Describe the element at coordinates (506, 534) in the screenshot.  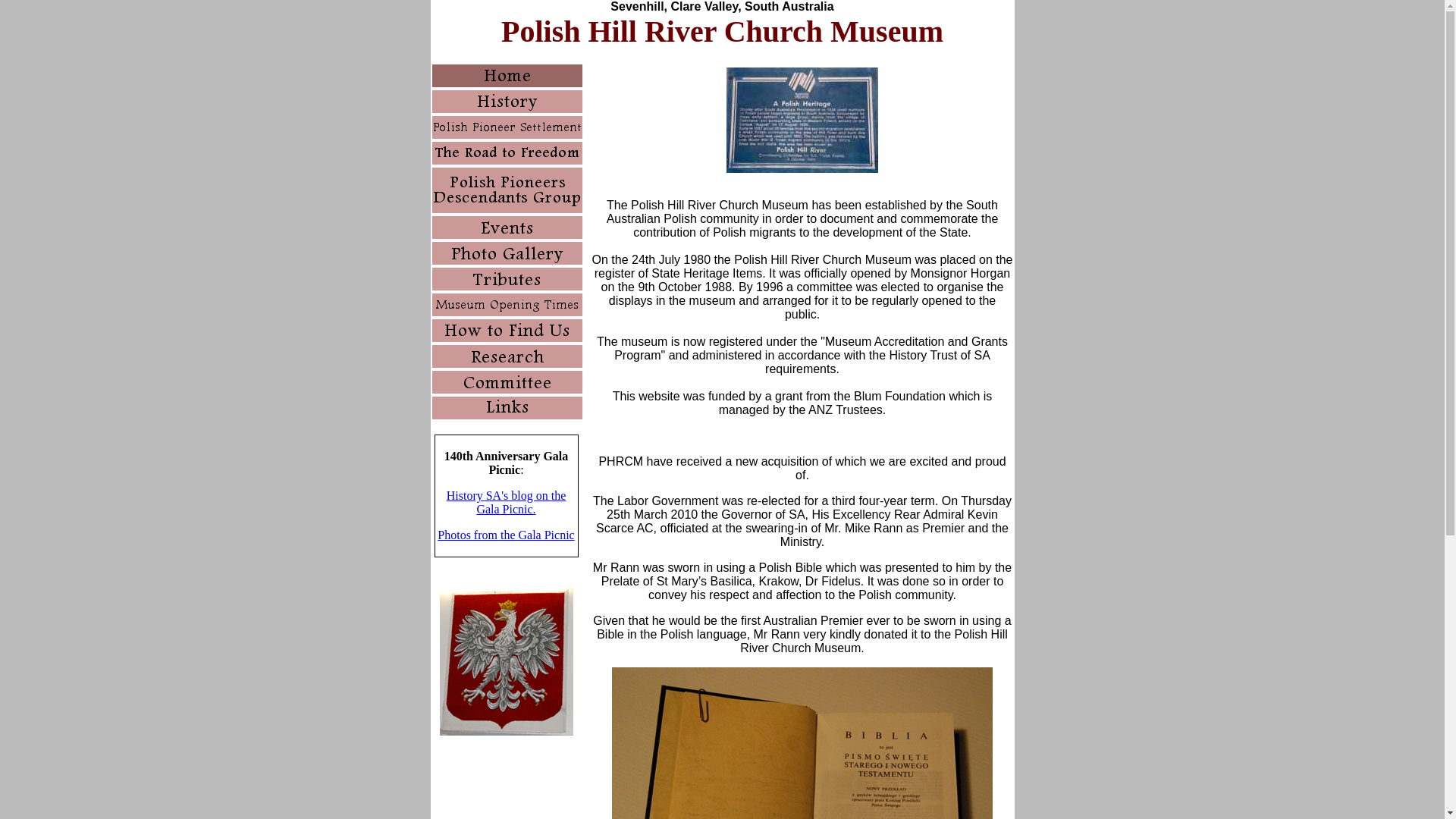
I see `'Photos from the Gala Picnic'` at that location.